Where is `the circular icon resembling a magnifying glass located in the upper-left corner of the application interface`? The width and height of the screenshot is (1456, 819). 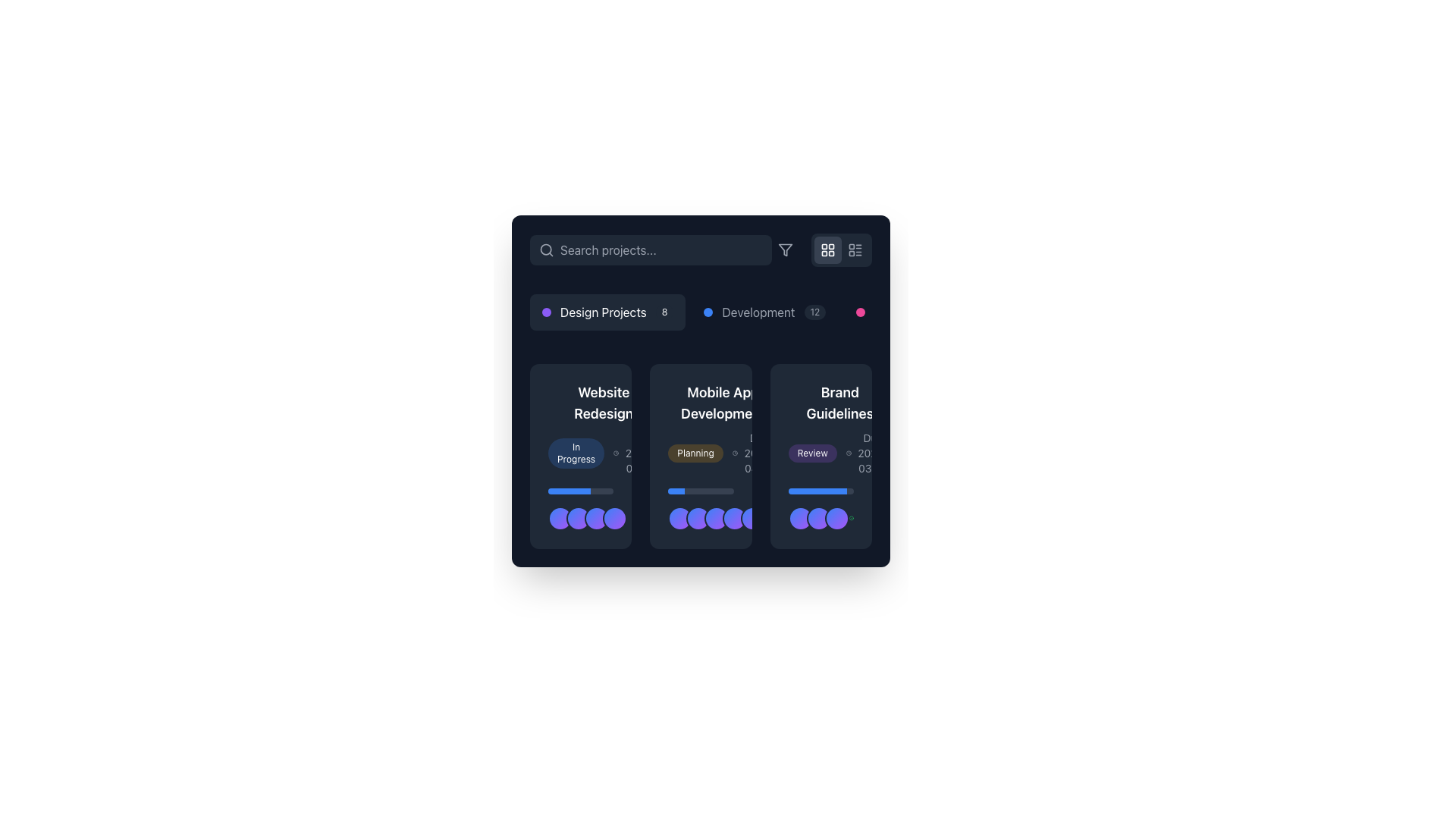
the circular icon resembling a magnifying glass located in the upper-left corner of the application interface is located at coordinates (546, 249).